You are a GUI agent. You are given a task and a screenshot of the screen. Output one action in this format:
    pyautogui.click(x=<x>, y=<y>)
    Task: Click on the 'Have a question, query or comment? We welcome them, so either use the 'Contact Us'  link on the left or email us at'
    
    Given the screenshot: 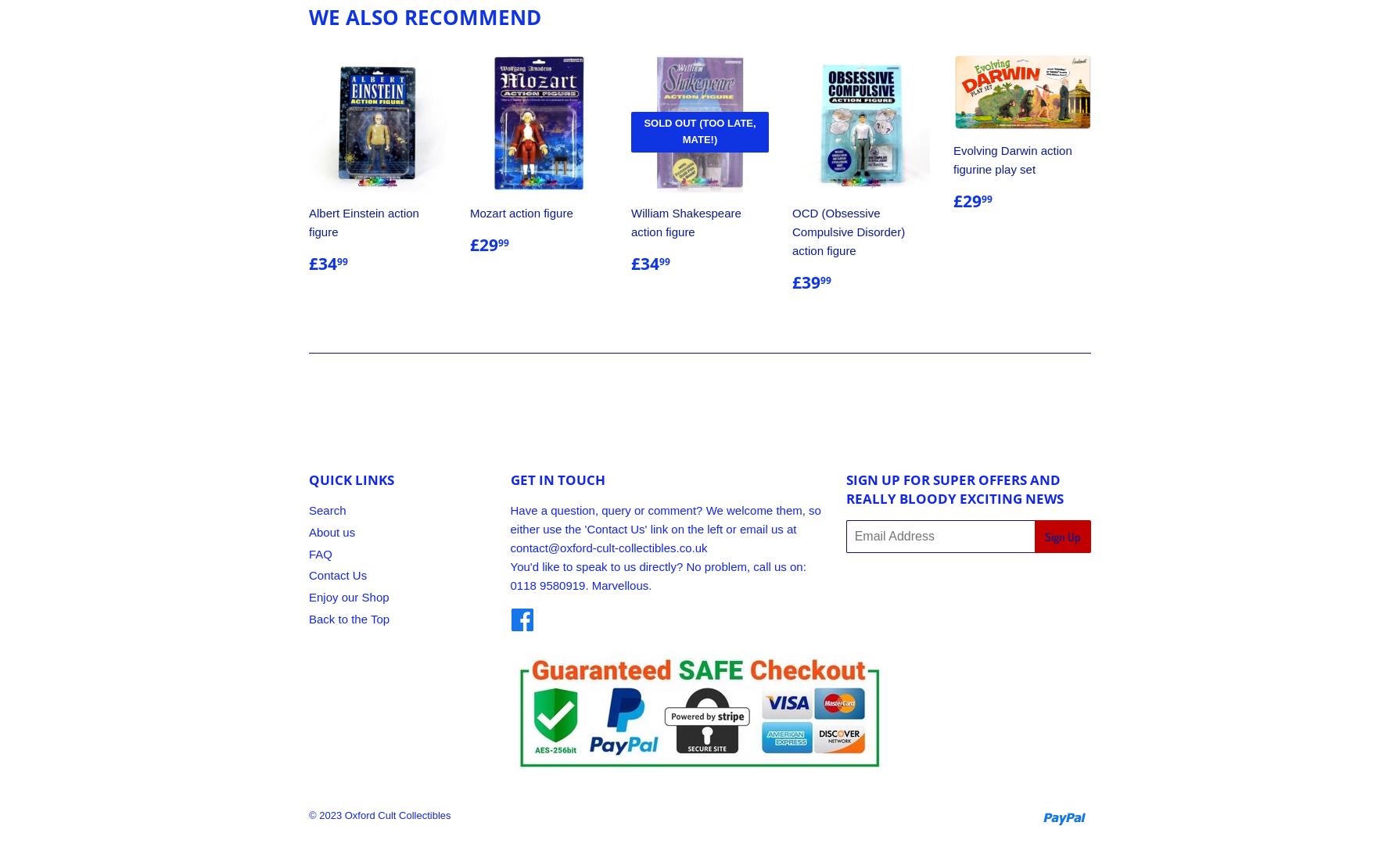 What is the action you would take?
    pyautogui.click(x=664, y=519)
    